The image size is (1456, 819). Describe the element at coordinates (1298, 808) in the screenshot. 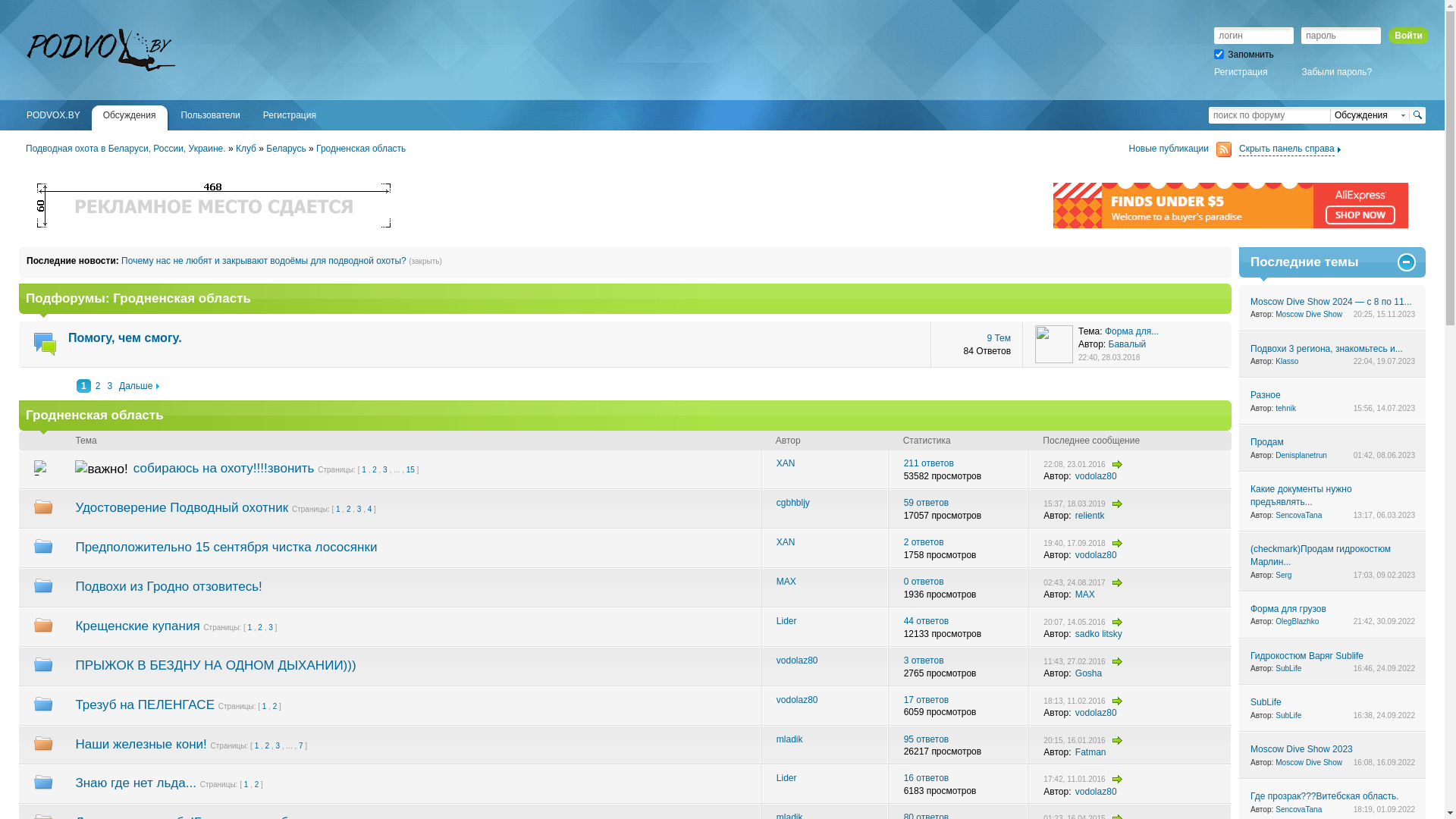

I see `'SencovaTana'` at that location.